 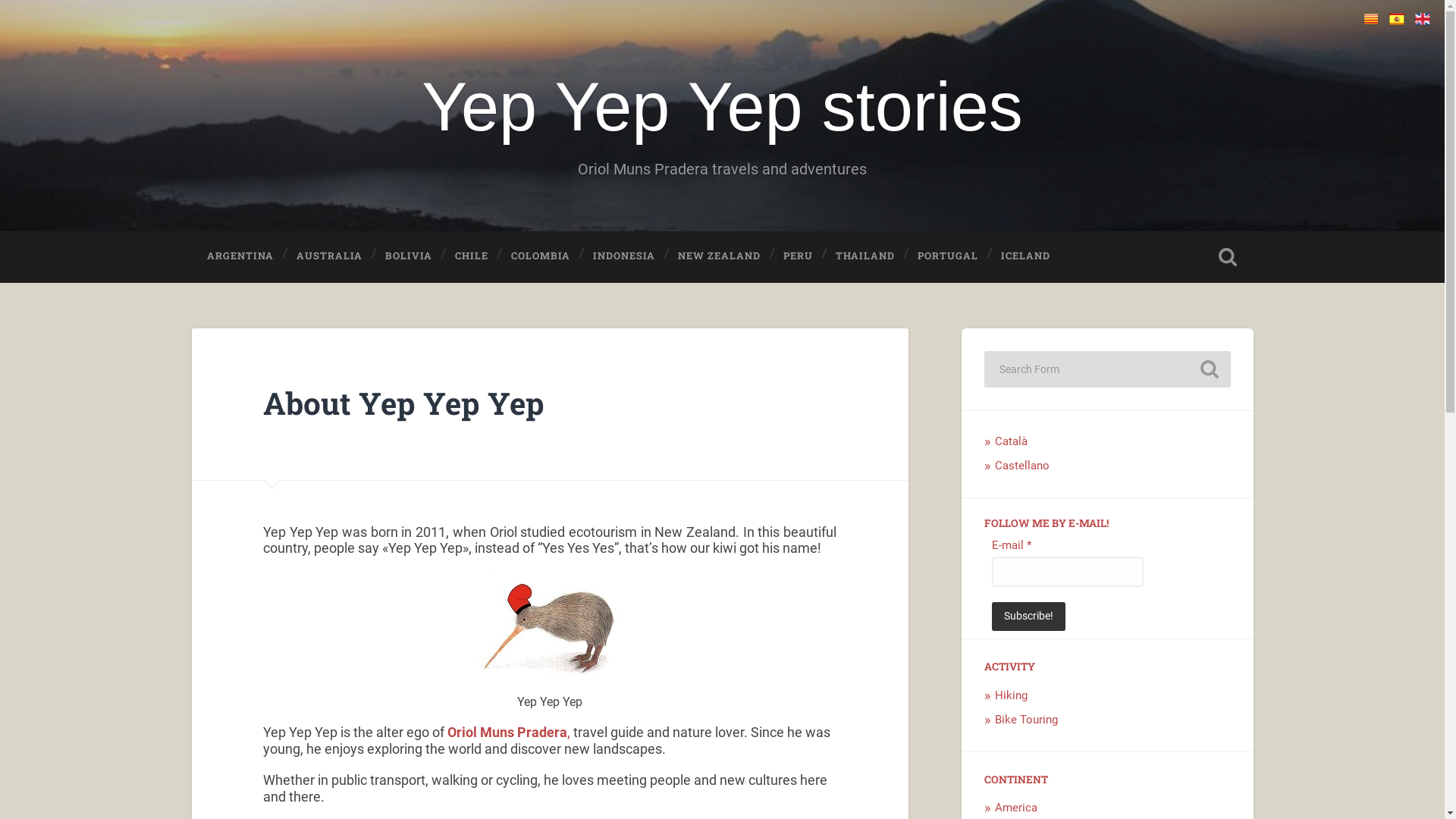 What do you see at coordinates (541, 255) in the screenshot?
I see `'COLOMBIA'` at bounding box center [541, 255].